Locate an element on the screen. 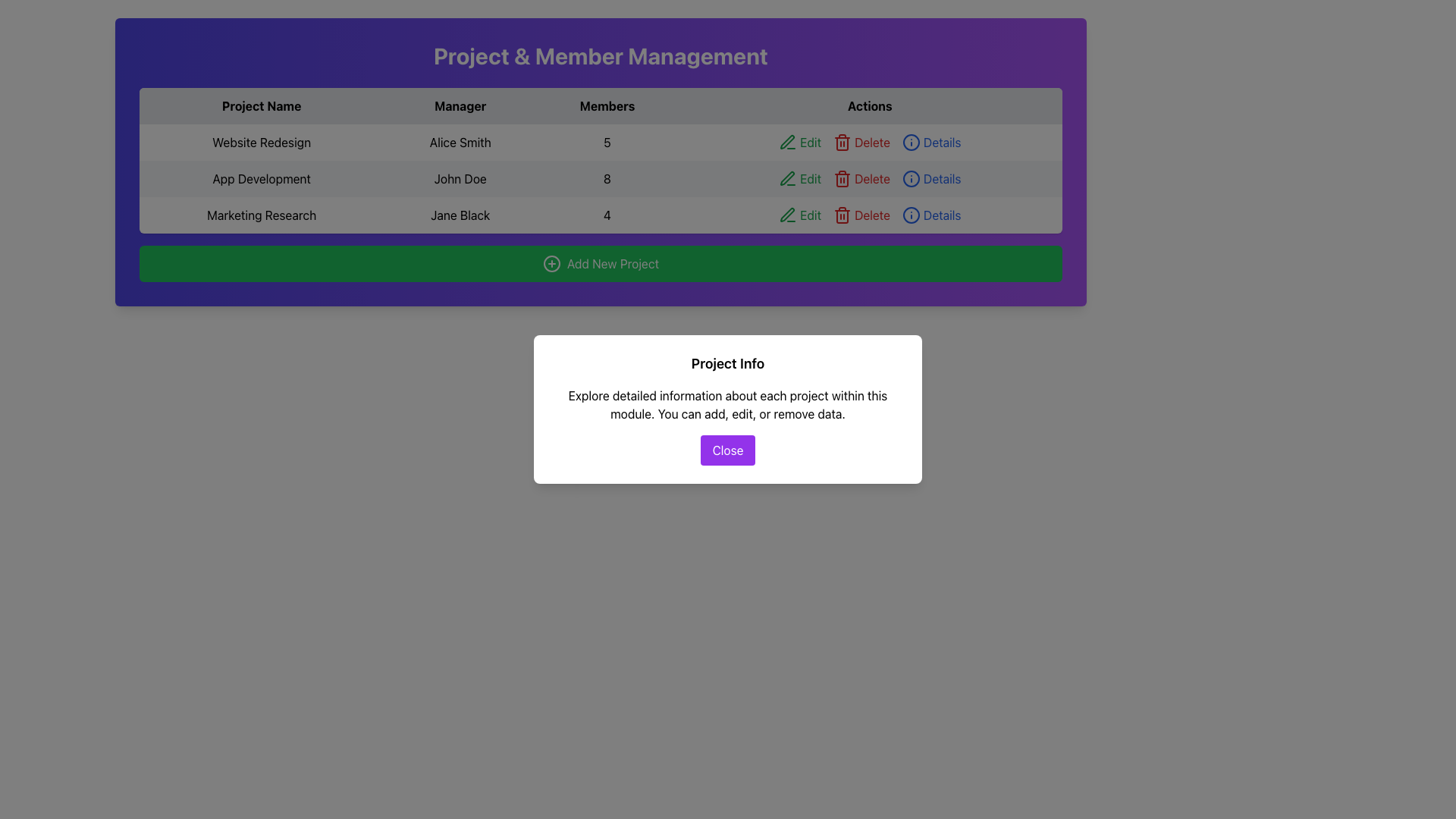 This screenshot has height=819, width=1456. the trash can icon that visually indicates the 'Delete' action for the 'Marketing Research' project entry in the rightmost 'Actions' column of the table is located at coordinates (842, 216).